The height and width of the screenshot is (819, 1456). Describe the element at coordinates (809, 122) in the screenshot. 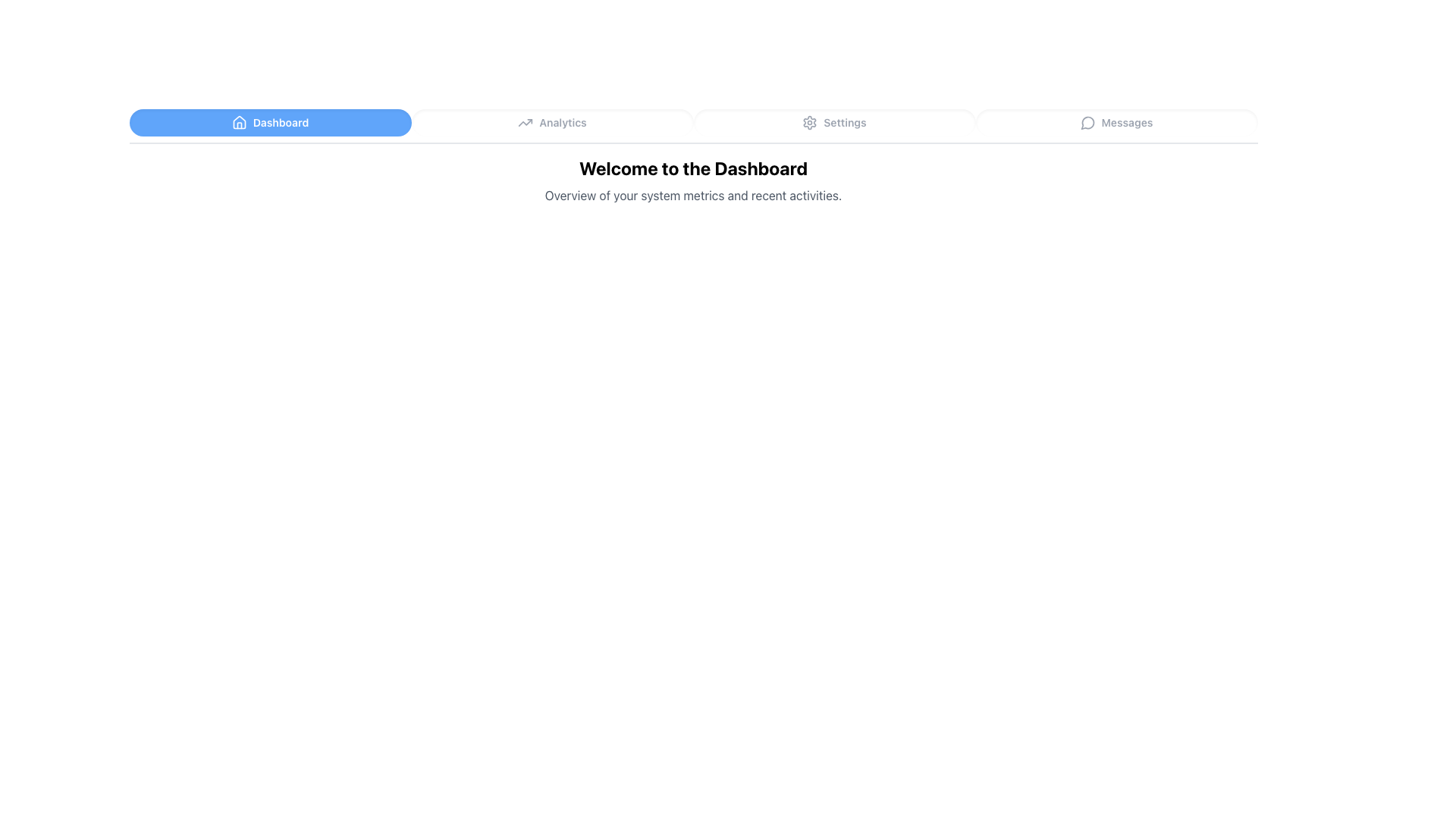

I see `the settings icon located in the navigation bar near the top of the page` at that location.